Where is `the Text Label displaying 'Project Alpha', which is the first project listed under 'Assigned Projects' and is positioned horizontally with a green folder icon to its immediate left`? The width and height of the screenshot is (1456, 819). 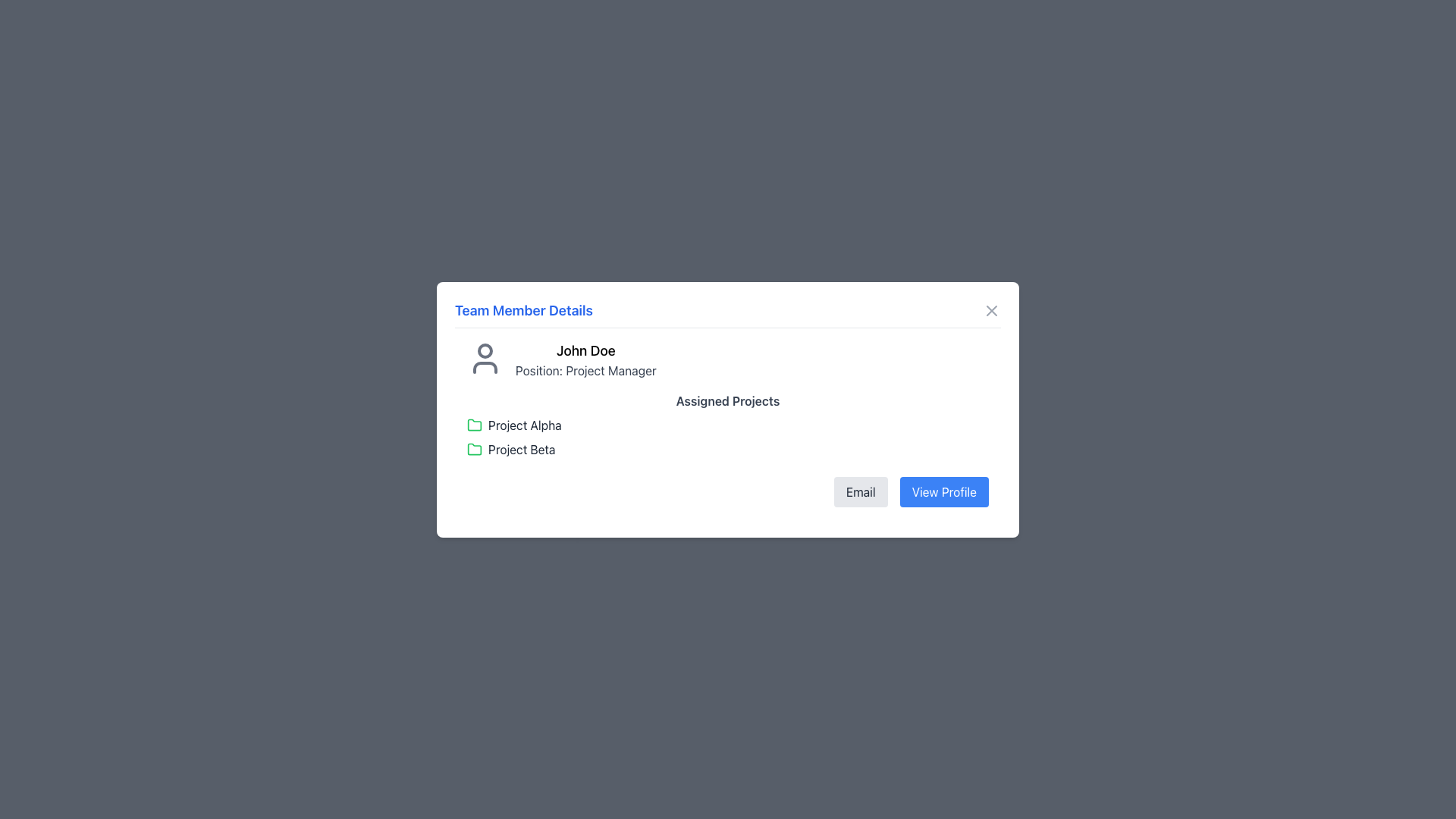 the Text Label displaying 'Project Alpha', which is the first project listed under 'Assigned Projects' and is positioned horizontally with a green folder icon to its immediate left is located at coordinates (525, 425).